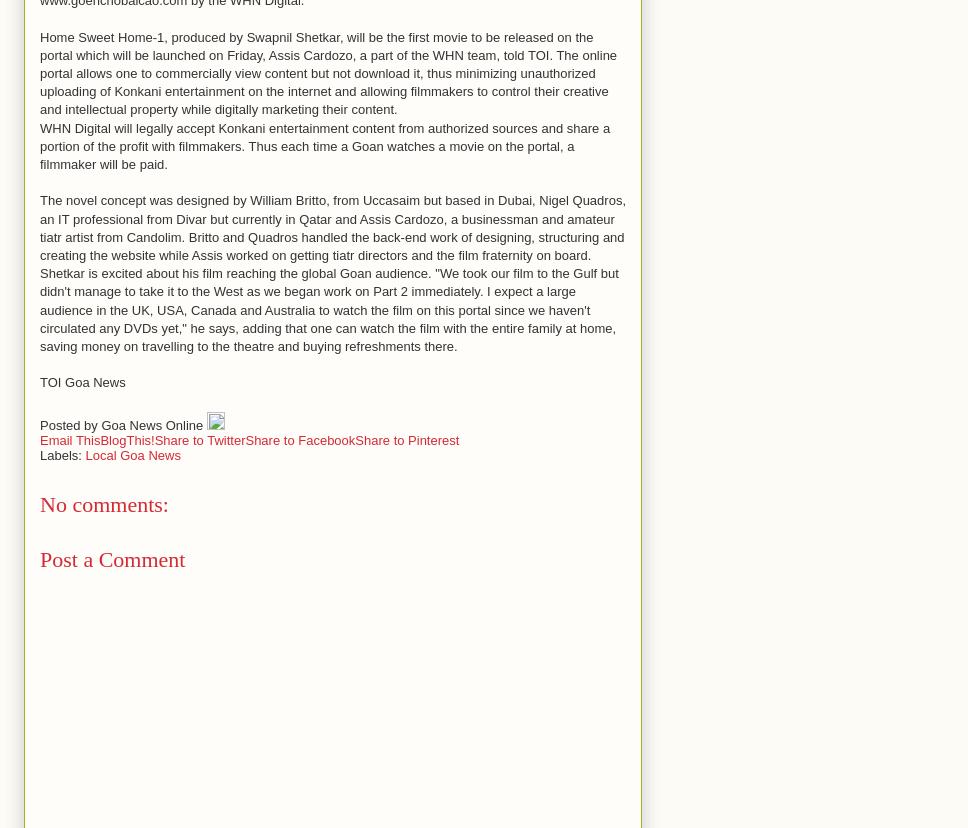 This screenshot has height=828, width=968. What do you see at coordinates (150, 424) in the screenshot?
I see `'Goa News Online'` at bounding box center [150, 424].